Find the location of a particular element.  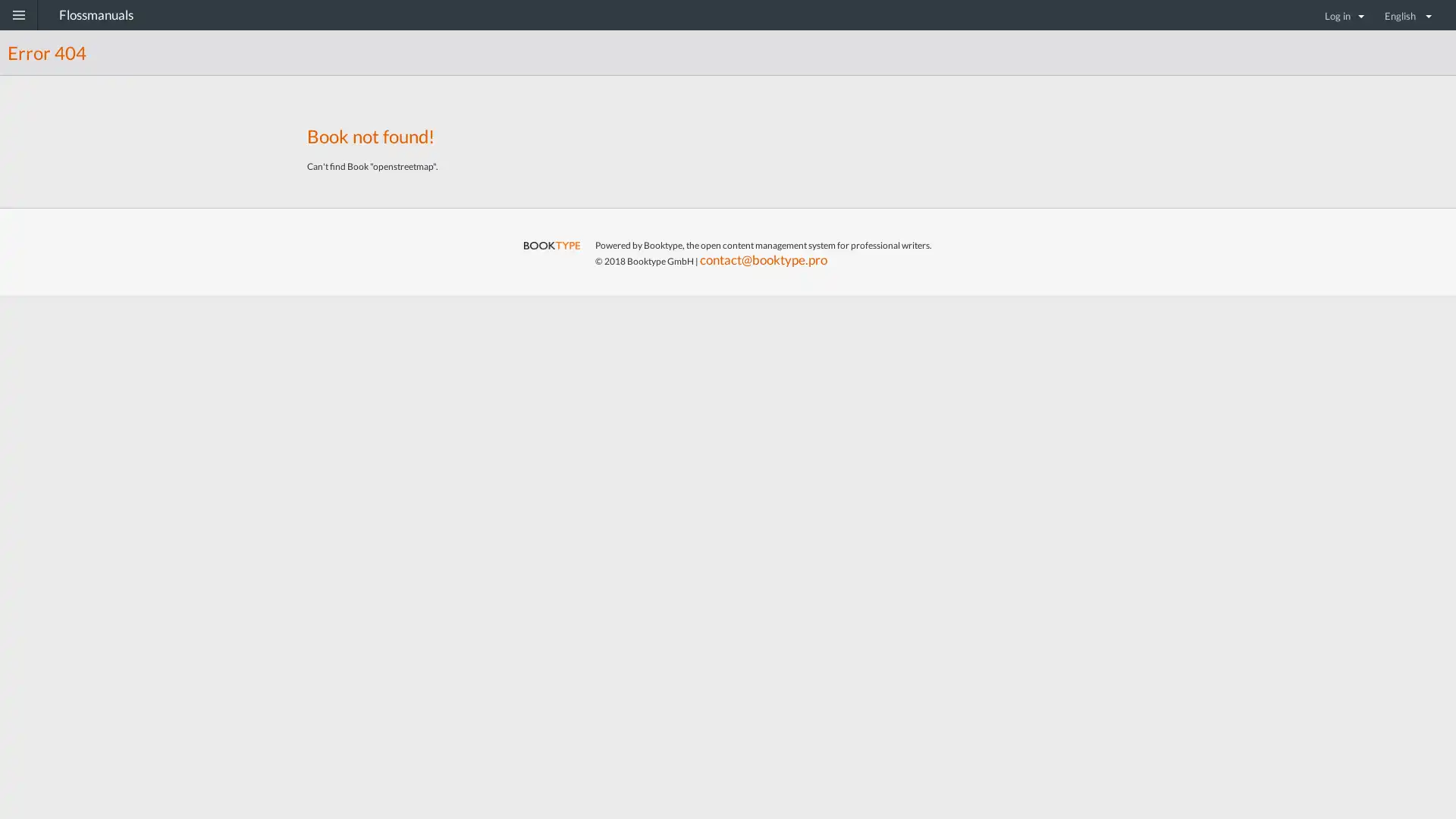

Log in is located at coordinates (1344, 15).